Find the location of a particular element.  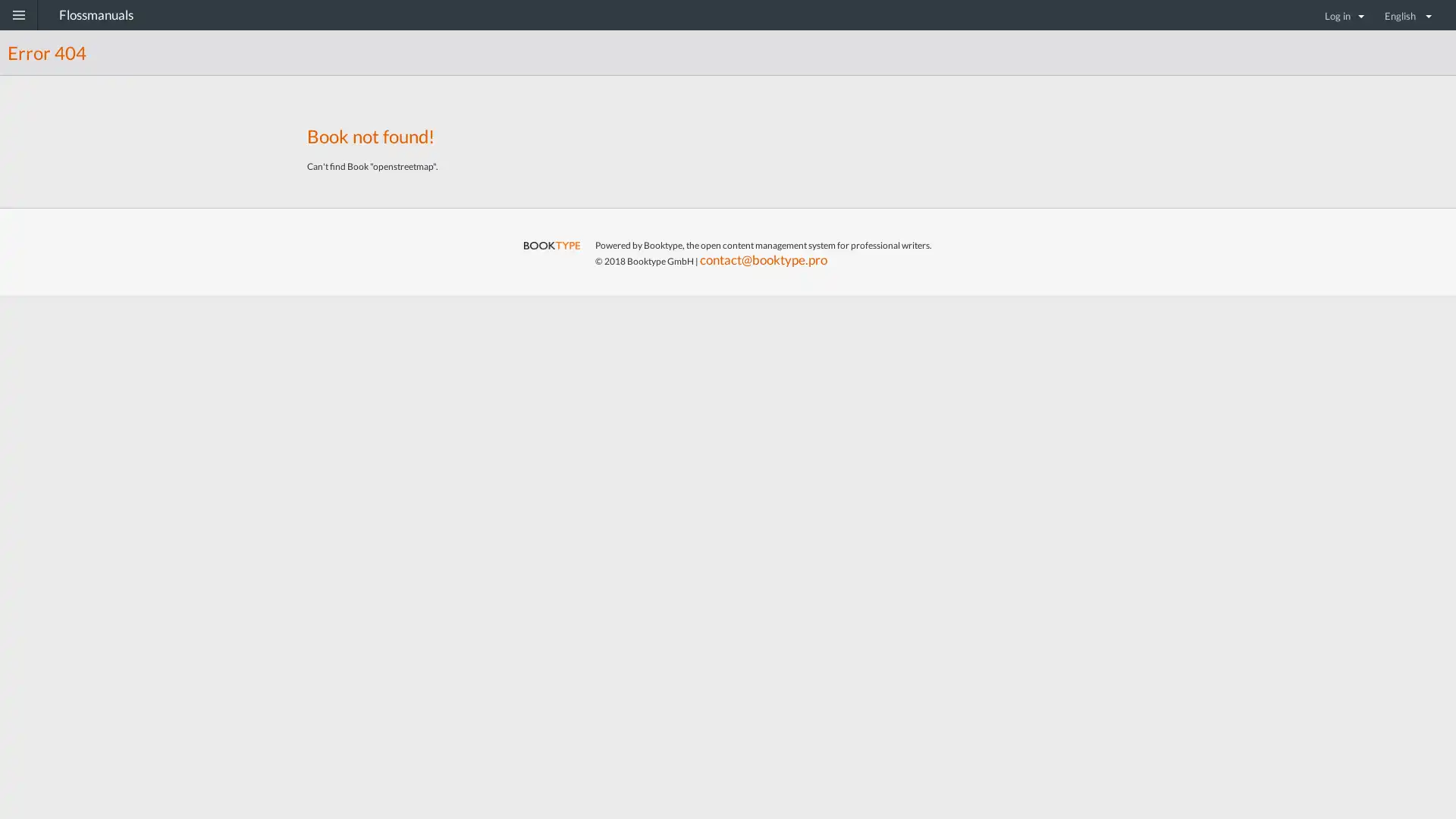

Log in is located at coordinates (1344, 15).